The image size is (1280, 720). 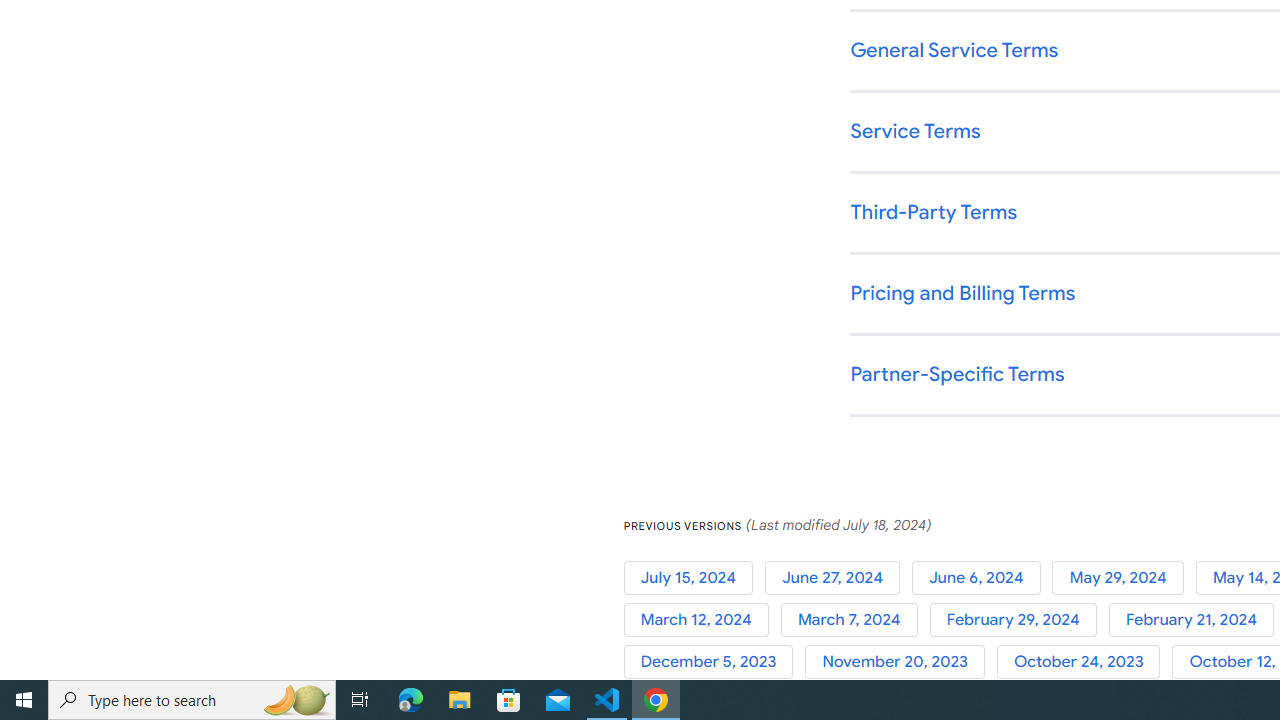 I want to click on 'June 27, 2024', so click(x=837, y=577).